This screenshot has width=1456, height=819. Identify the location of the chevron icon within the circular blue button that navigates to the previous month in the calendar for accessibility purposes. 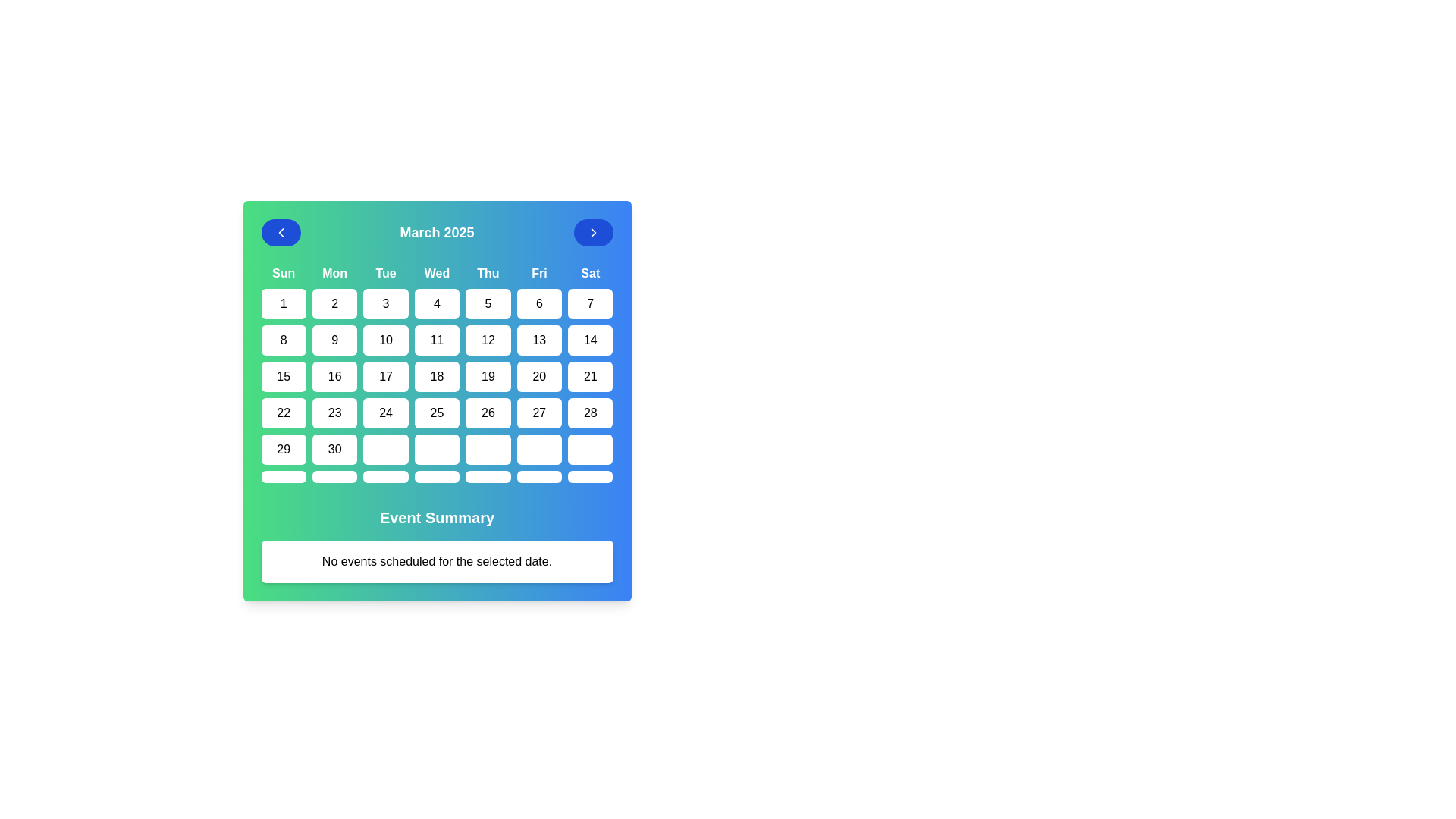
(281, 233).